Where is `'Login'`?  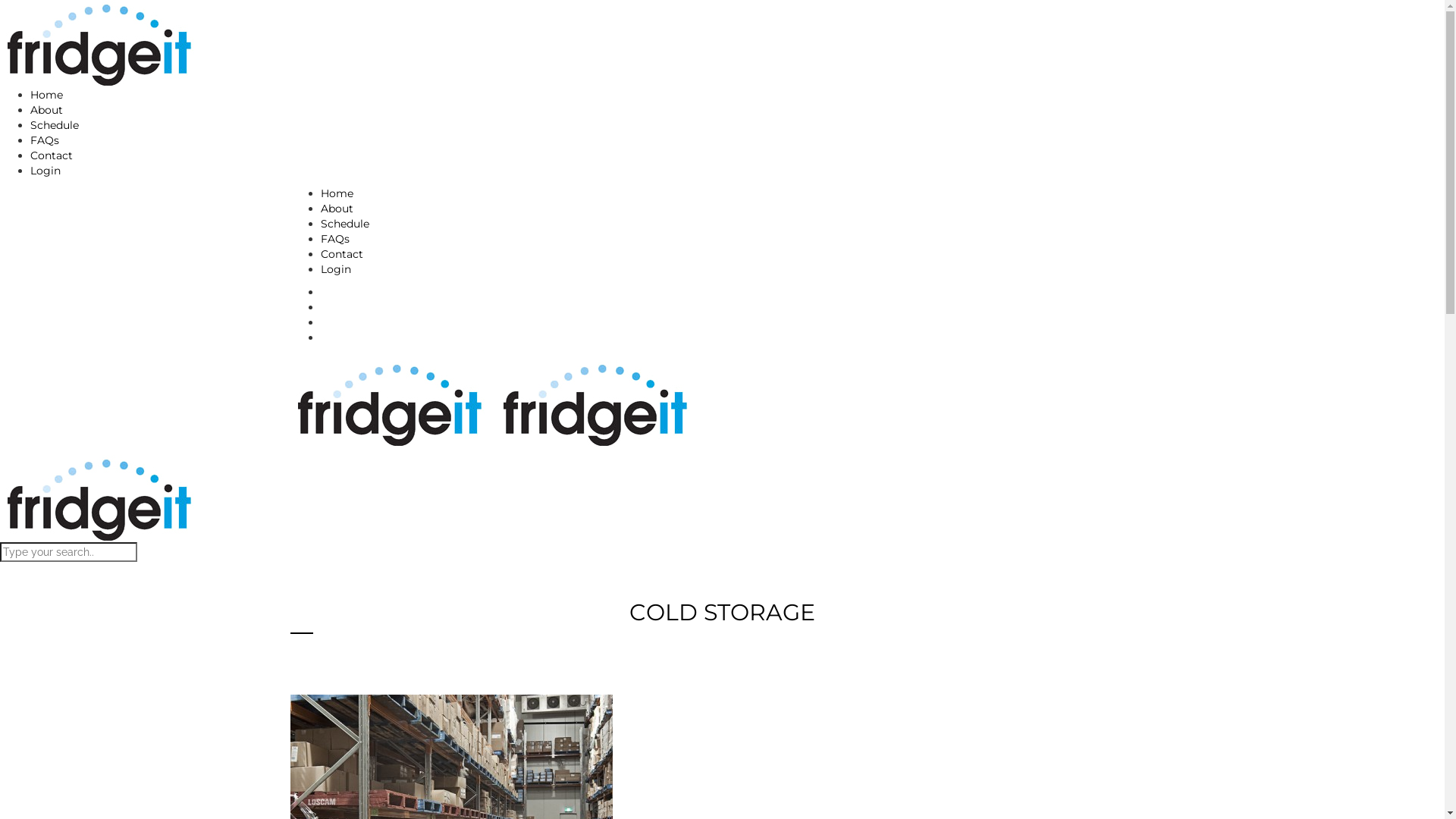 'Login' is located at coordinates (334, 268).